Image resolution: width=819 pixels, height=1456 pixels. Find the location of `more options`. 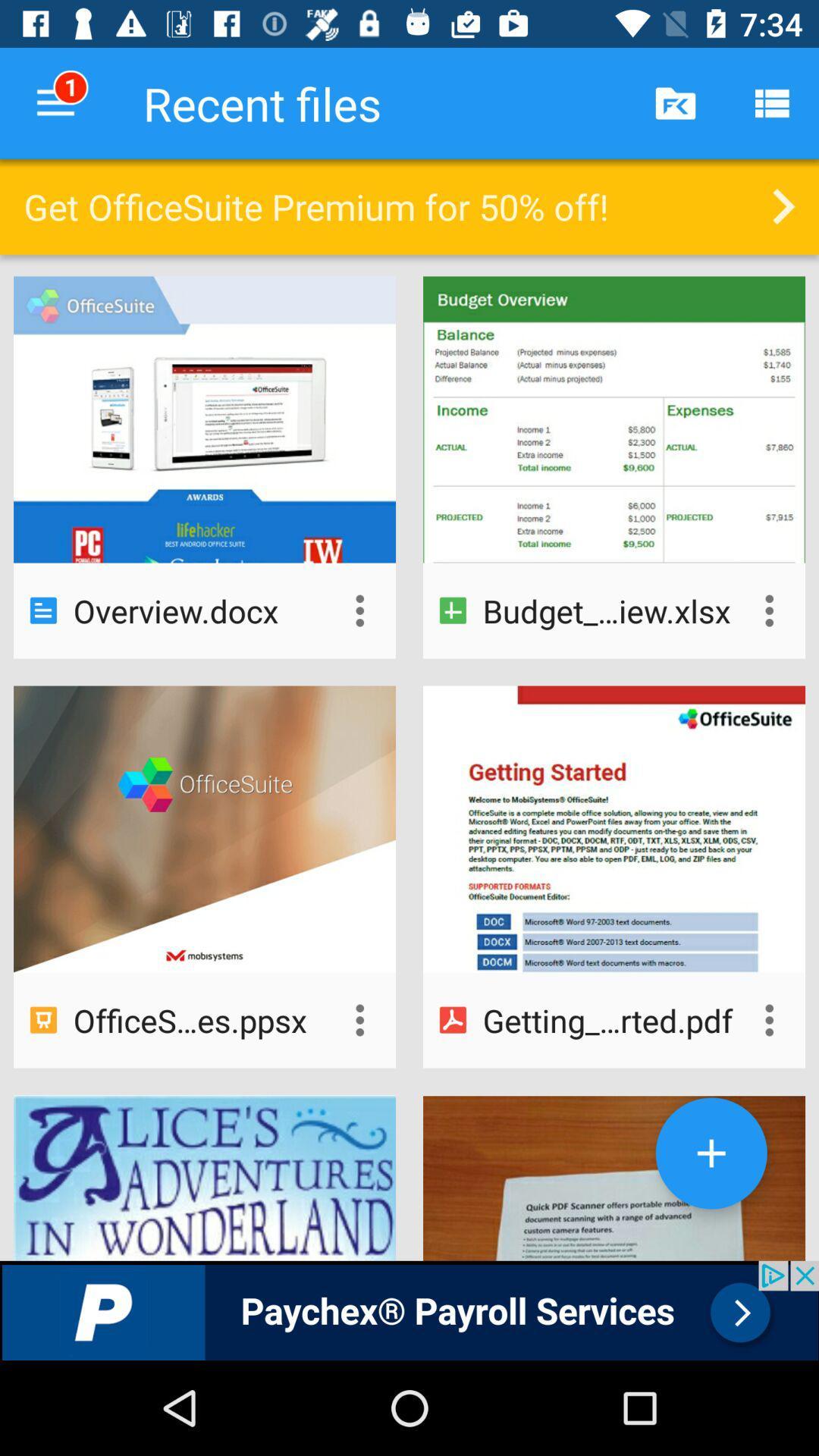

more options is located at coordinates (359, 610).